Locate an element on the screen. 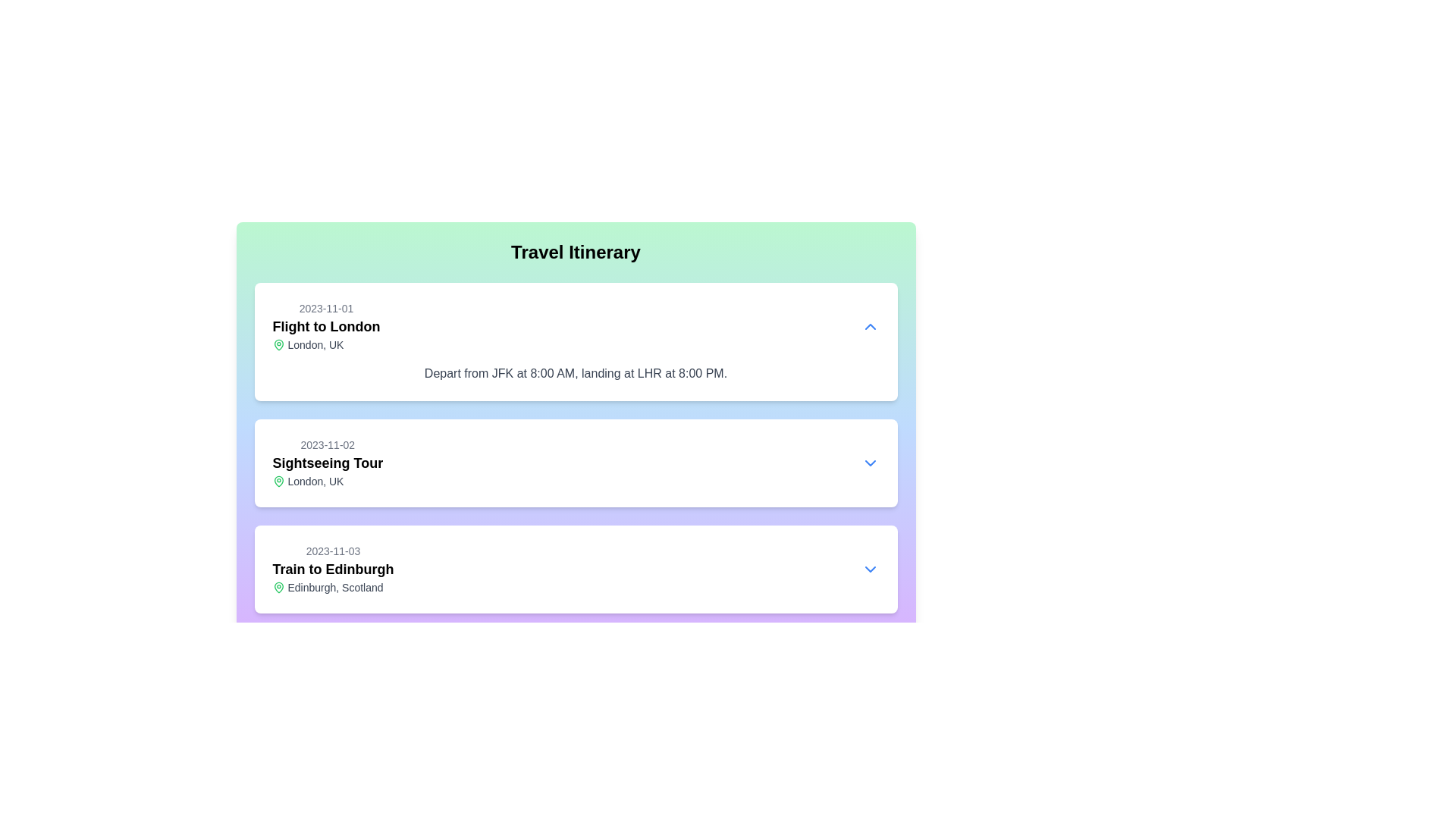 This screenshot has width=1456, height=819. the non-interactive informational text label displaying the event date in the header section of the 'Train to Edinburgh' card is located at coordinates (332, 551).